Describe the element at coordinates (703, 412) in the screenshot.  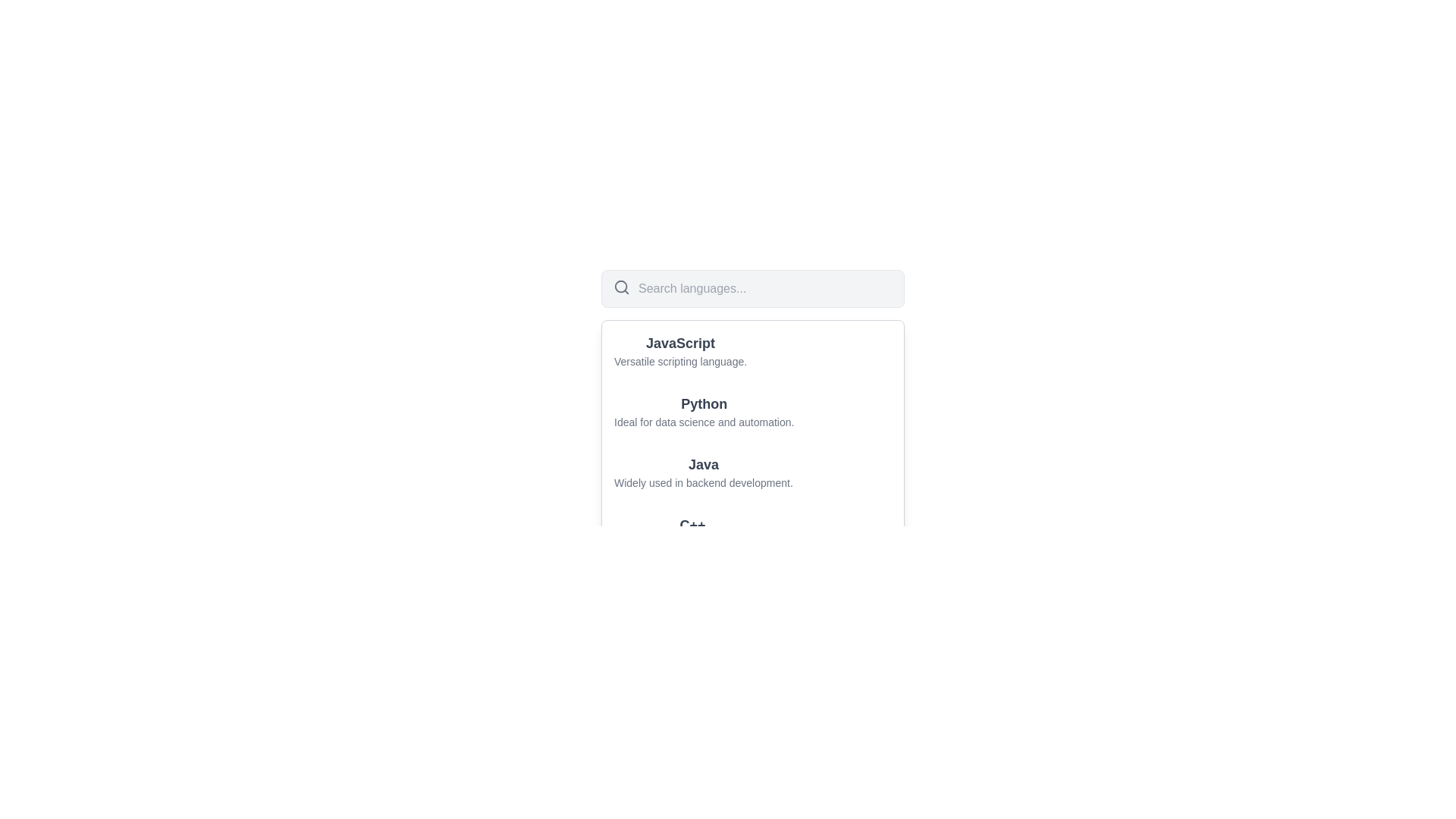
I see `the list item identifying 'Python' in the programming languages menu` at that location.